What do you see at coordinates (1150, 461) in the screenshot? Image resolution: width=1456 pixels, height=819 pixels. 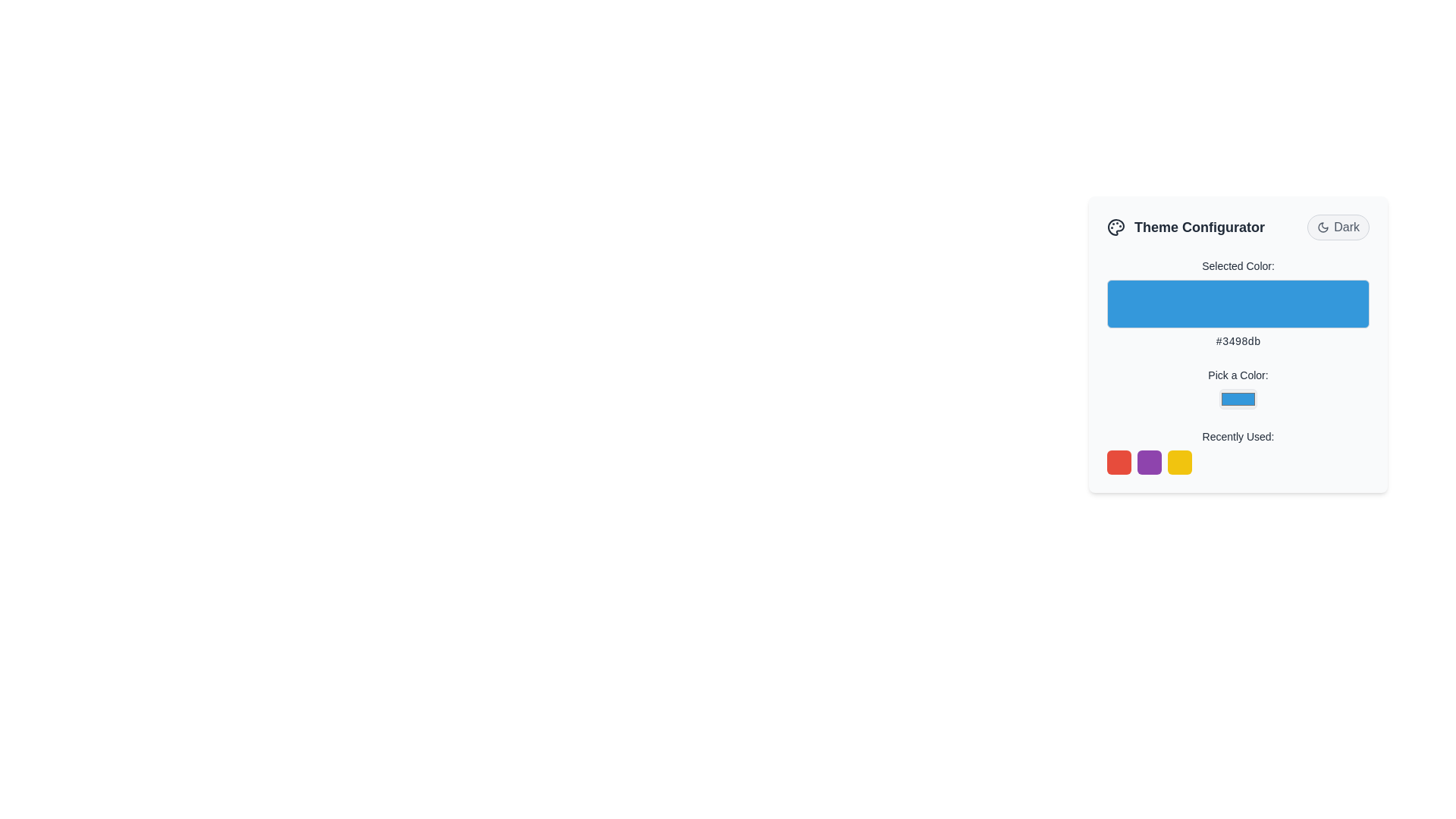 I see `the purple color selection button located as the second element in a row of three square-shaped colors within the 'Recently Used' section of the 'Theme Configurator' pop-up interface` at bounding box center [1150, 461].